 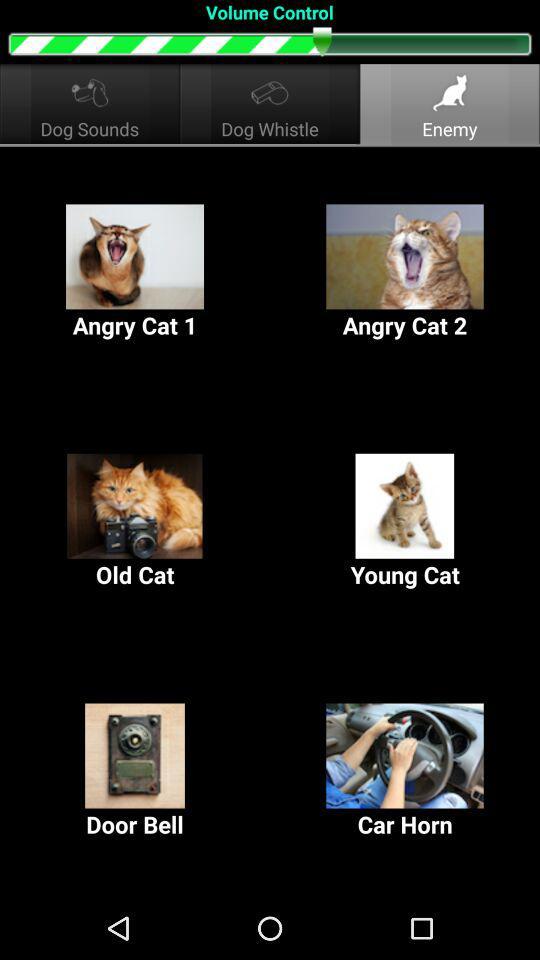 I want to click on the car horn button, so click(x=405, y=770).